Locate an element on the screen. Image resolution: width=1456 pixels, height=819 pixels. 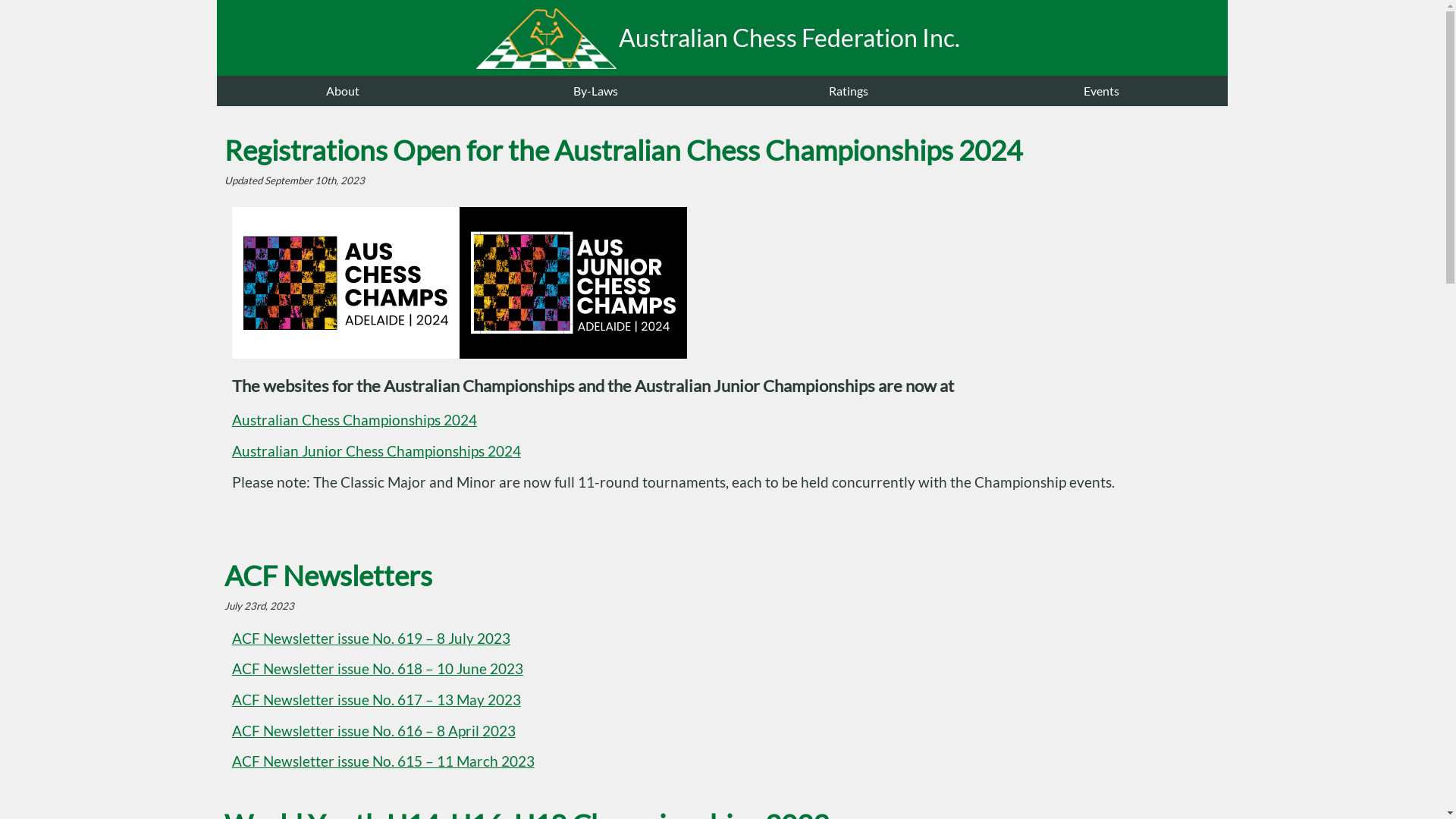
'ACF Newsletters' is located at coordinates (327, 575).